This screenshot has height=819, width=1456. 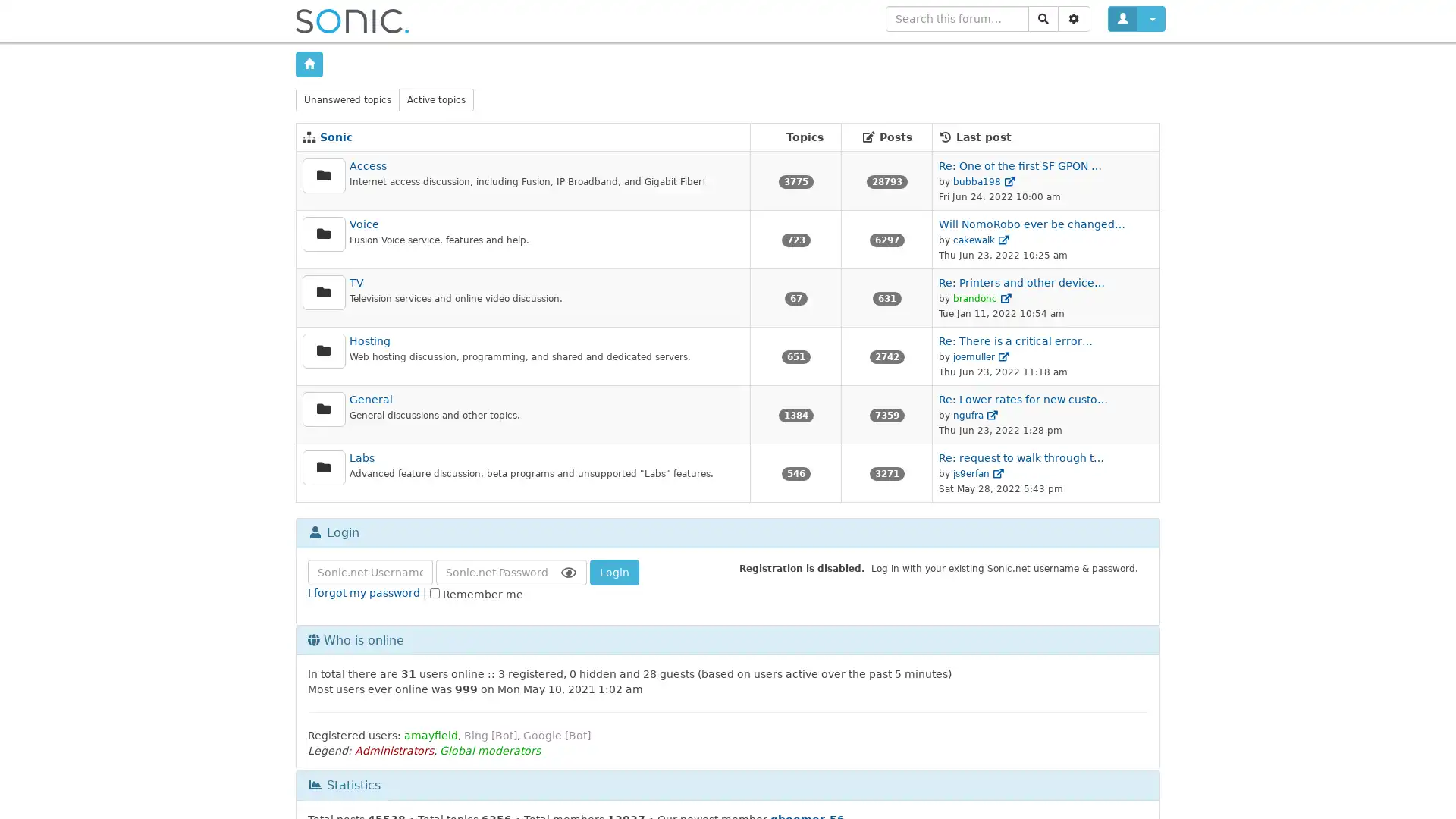 I want to click on Show Password, so click(x=568, y=571).